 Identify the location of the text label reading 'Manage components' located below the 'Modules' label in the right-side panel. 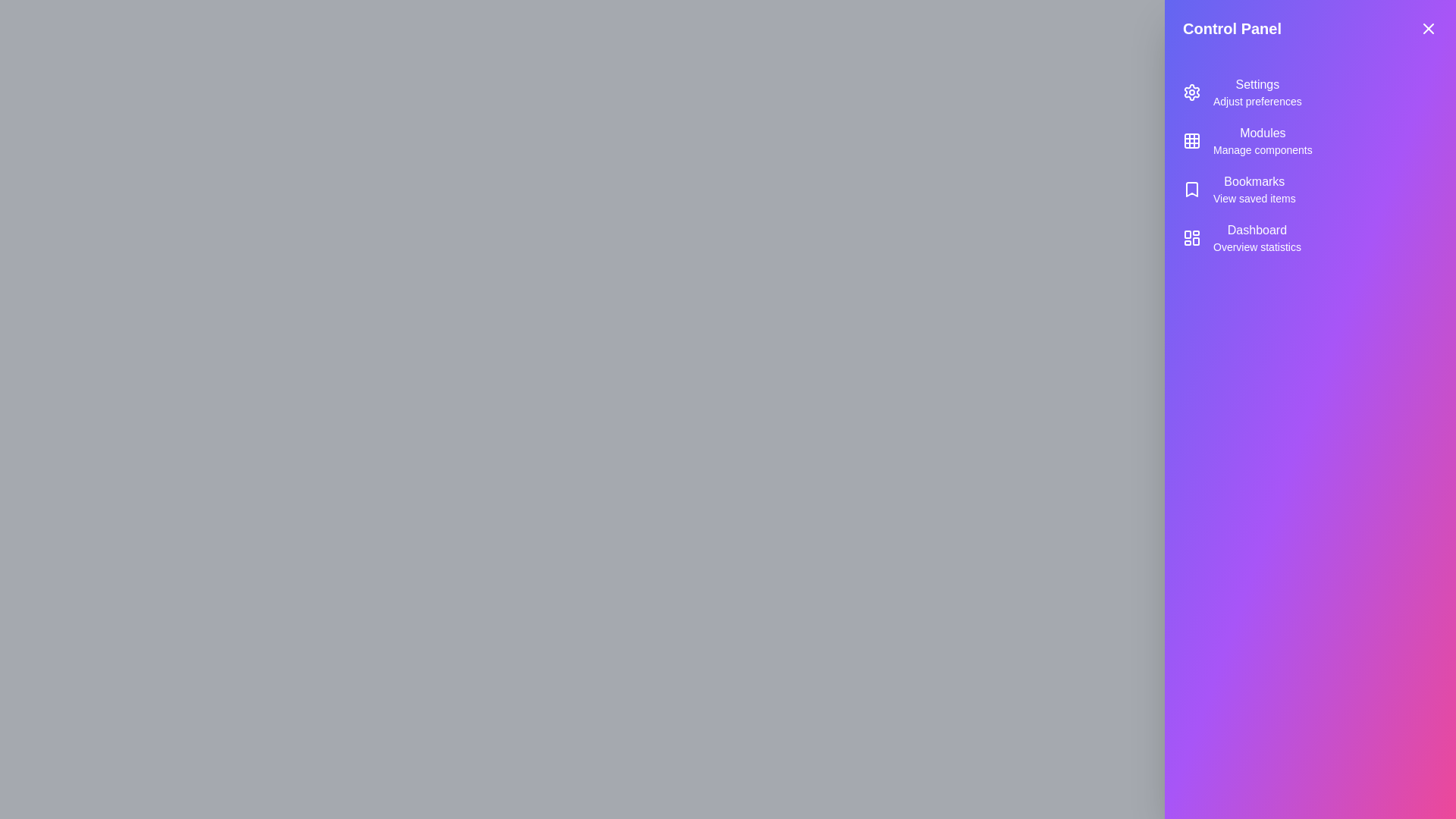
(1263, 149).